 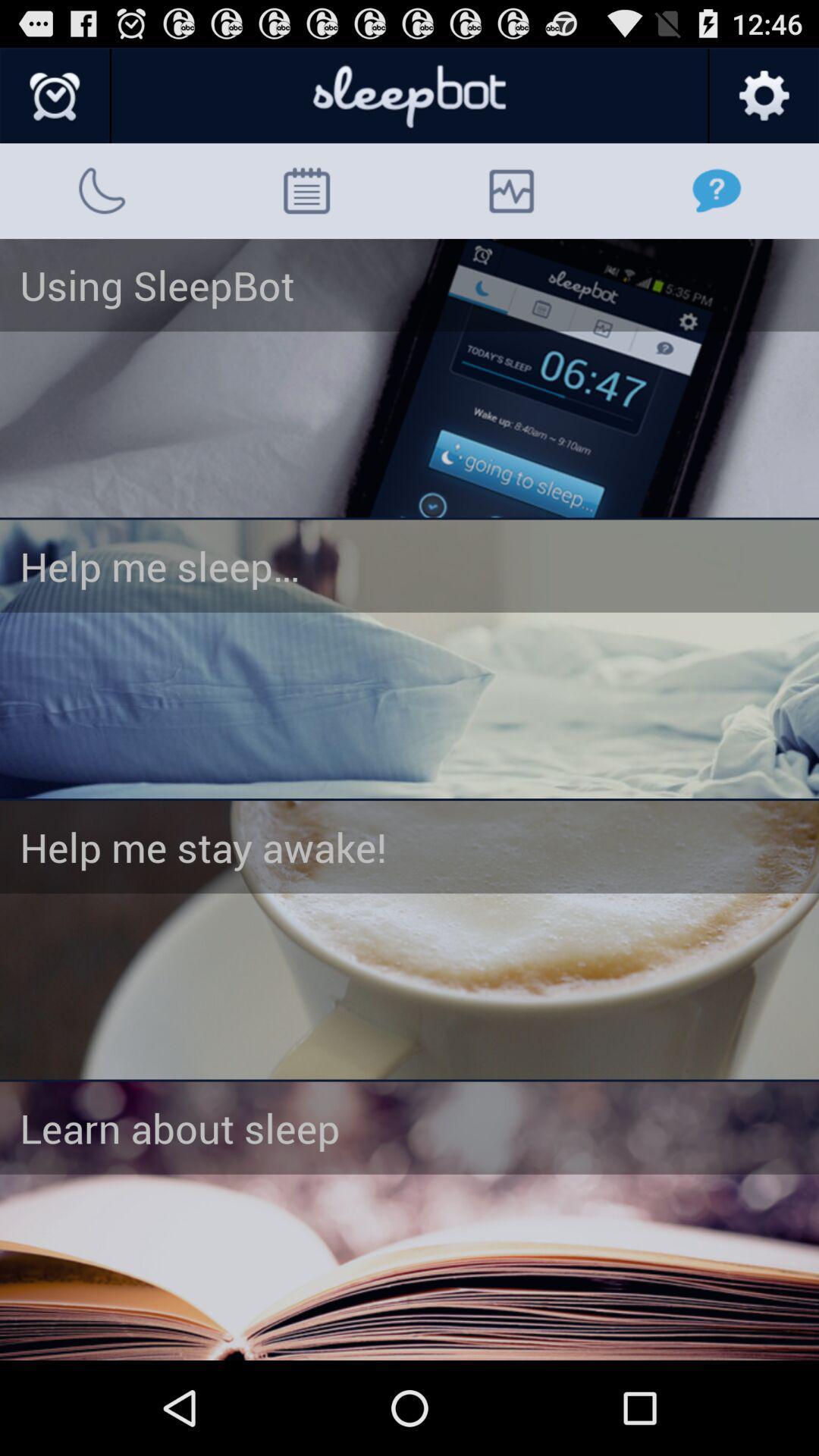 I want to click on choose 'using sleepbot option, so click(x=409, y=378).